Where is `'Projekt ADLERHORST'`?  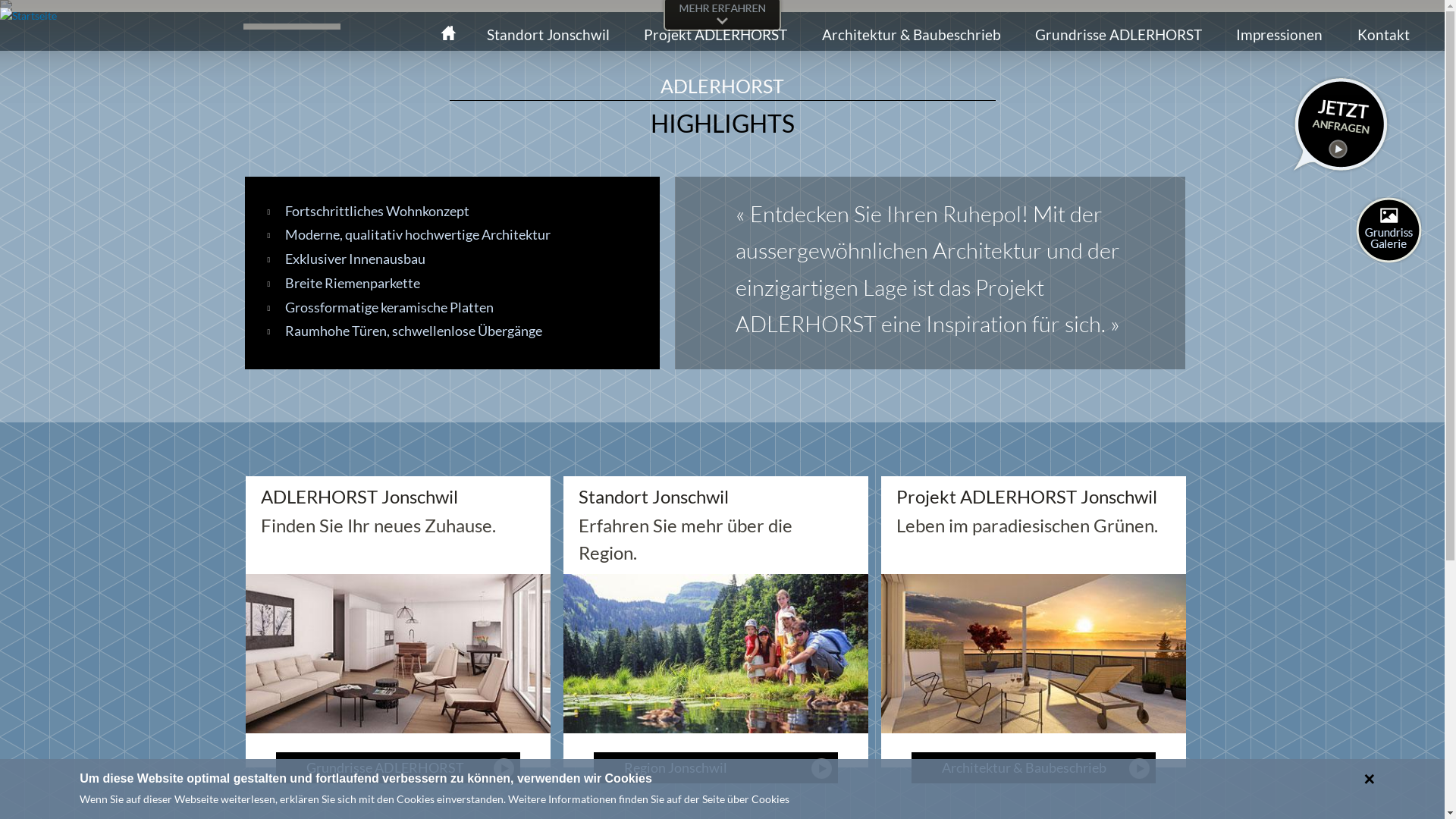
'Projekt ADLERHORST' is located at coordinates (714, 34).